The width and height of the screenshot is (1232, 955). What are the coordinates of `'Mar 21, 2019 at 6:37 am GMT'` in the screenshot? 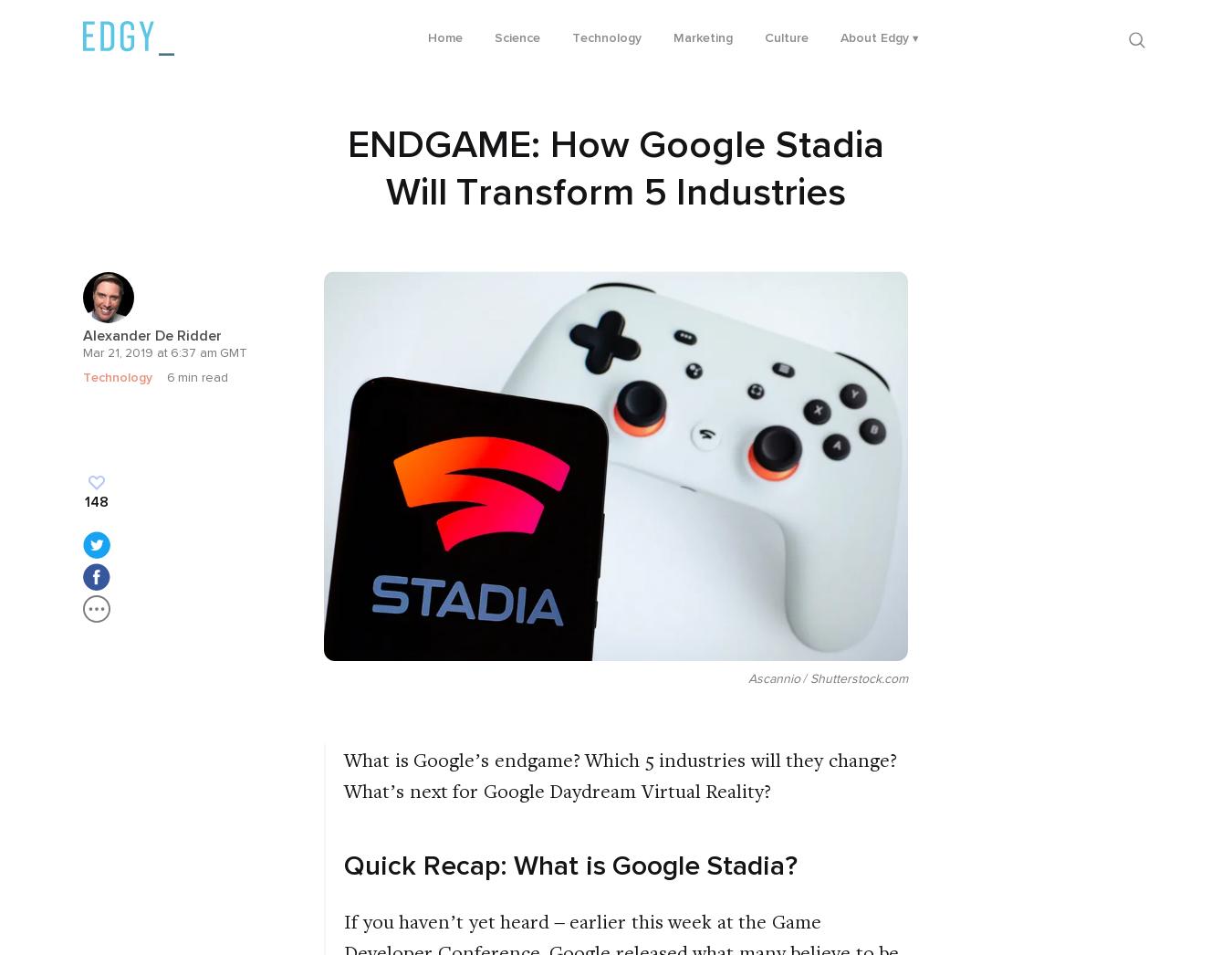 It's located at (165, 352).